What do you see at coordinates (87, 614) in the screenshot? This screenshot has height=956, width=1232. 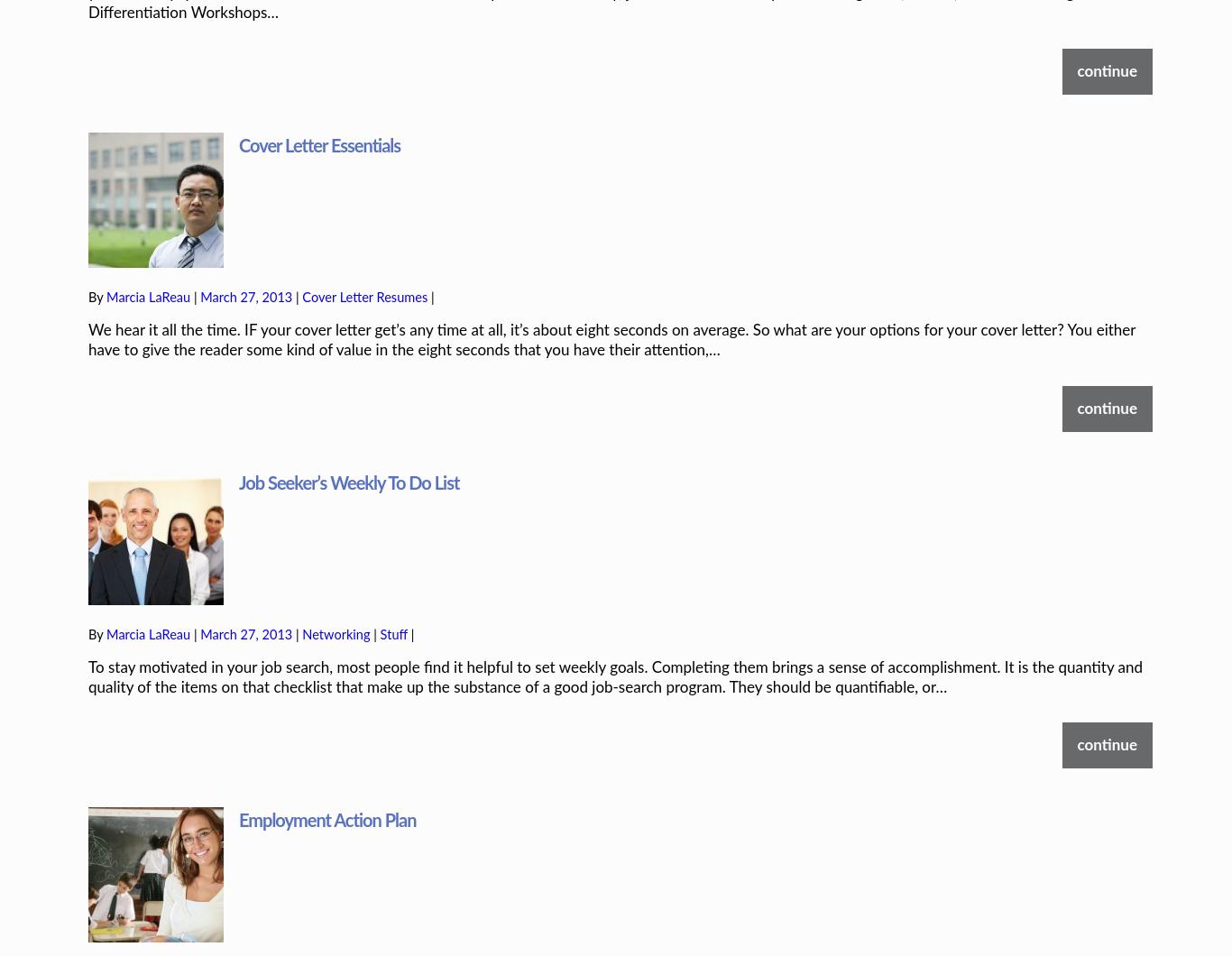 I see `'To stay motivated in your job search, most people find it helpful to set weekly goals. Completing them brings a sense of accomplishment. It is the quantity and quality of the items on that checklist that make up the substance of a good job-search program. They should be quantifiable, or…'` at bounding box center [87, 614].